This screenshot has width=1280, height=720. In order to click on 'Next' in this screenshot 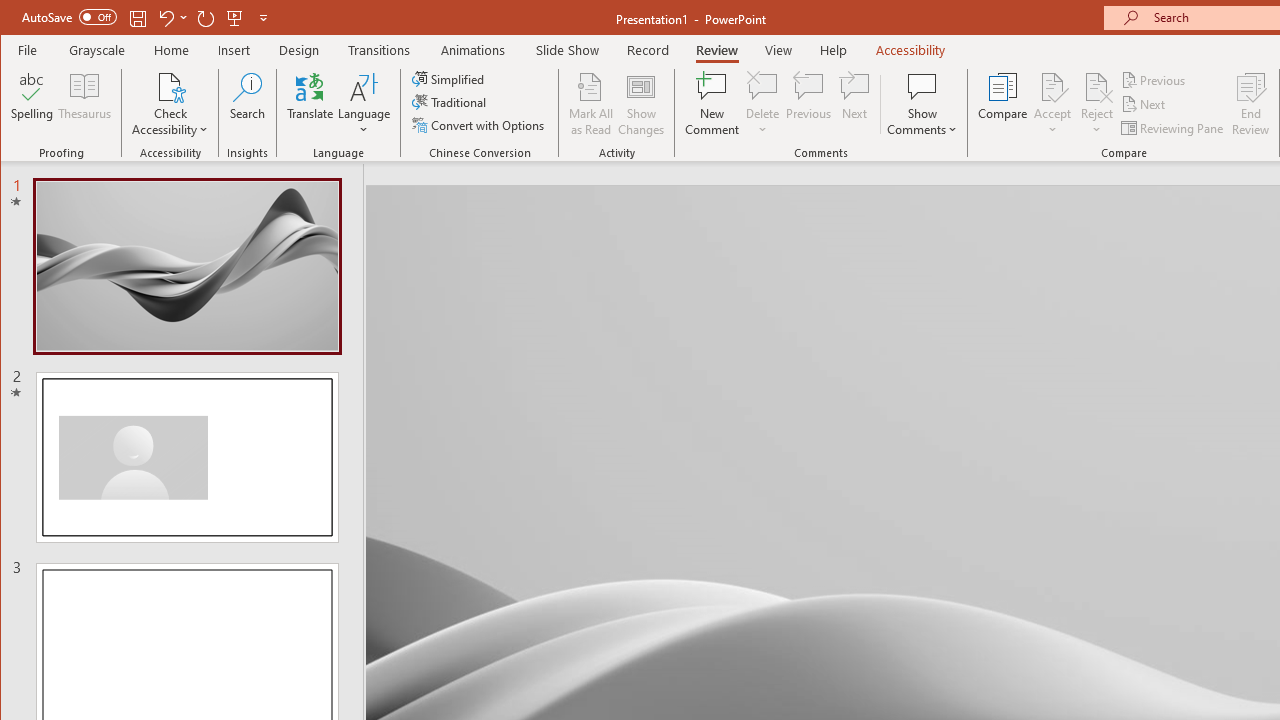, I will do `click(1144, 104)`.